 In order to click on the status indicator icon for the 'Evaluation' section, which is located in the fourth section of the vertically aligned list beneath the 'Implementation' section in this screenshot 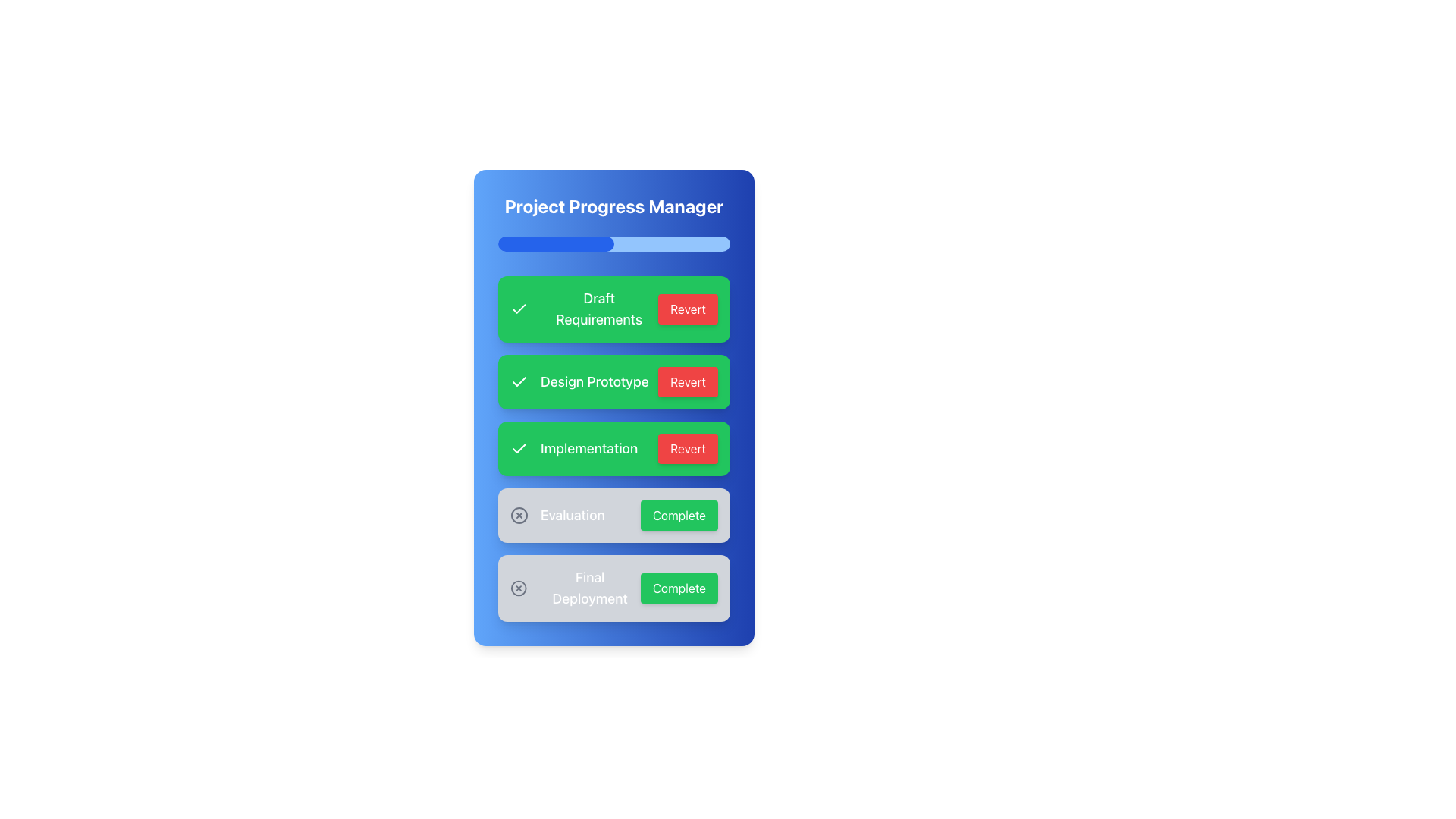, I will do `click(519, 514)`.